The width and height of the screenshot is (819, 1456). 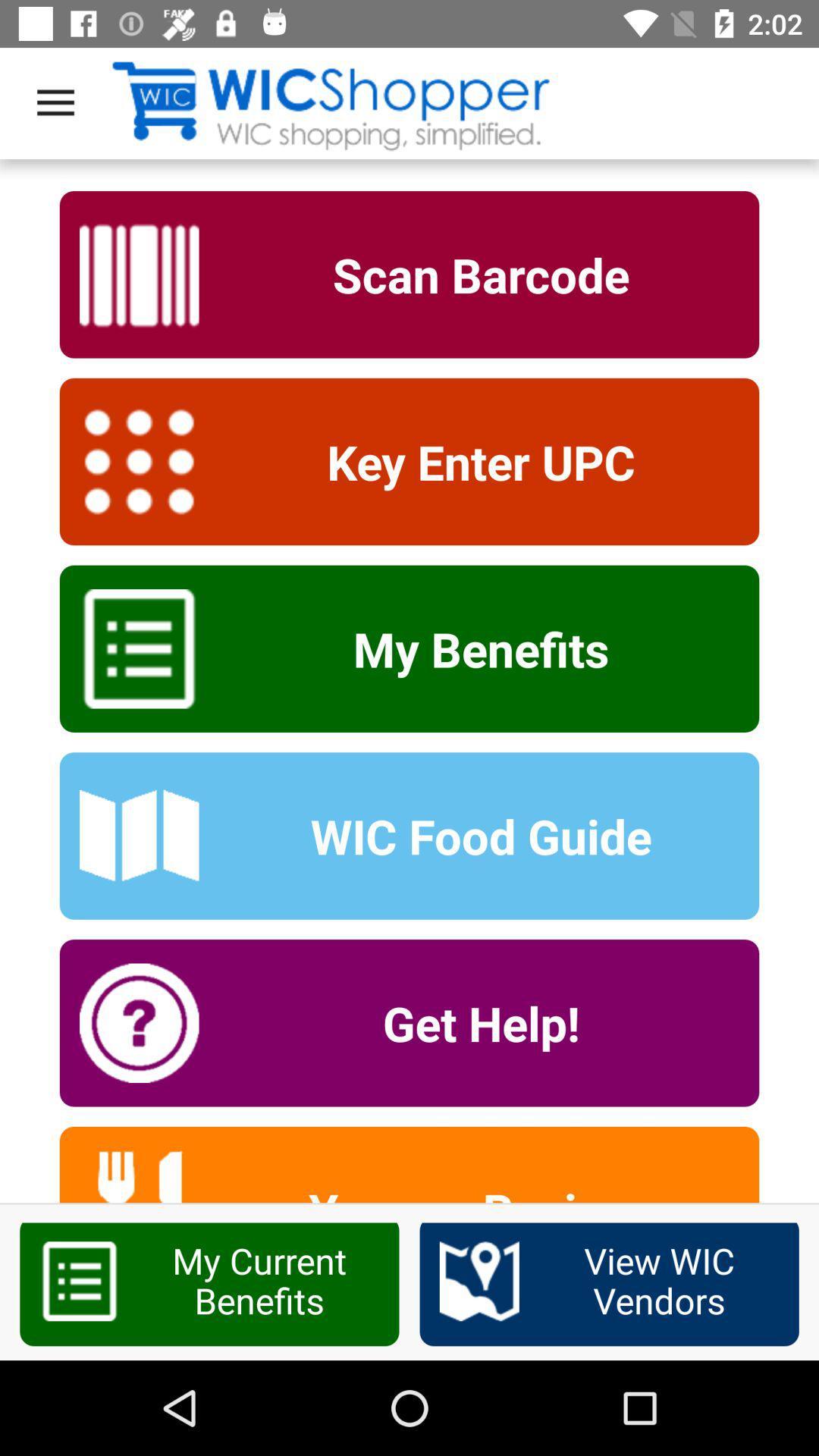 I want to click on scan barcode icon, so click(x=470, y=275).